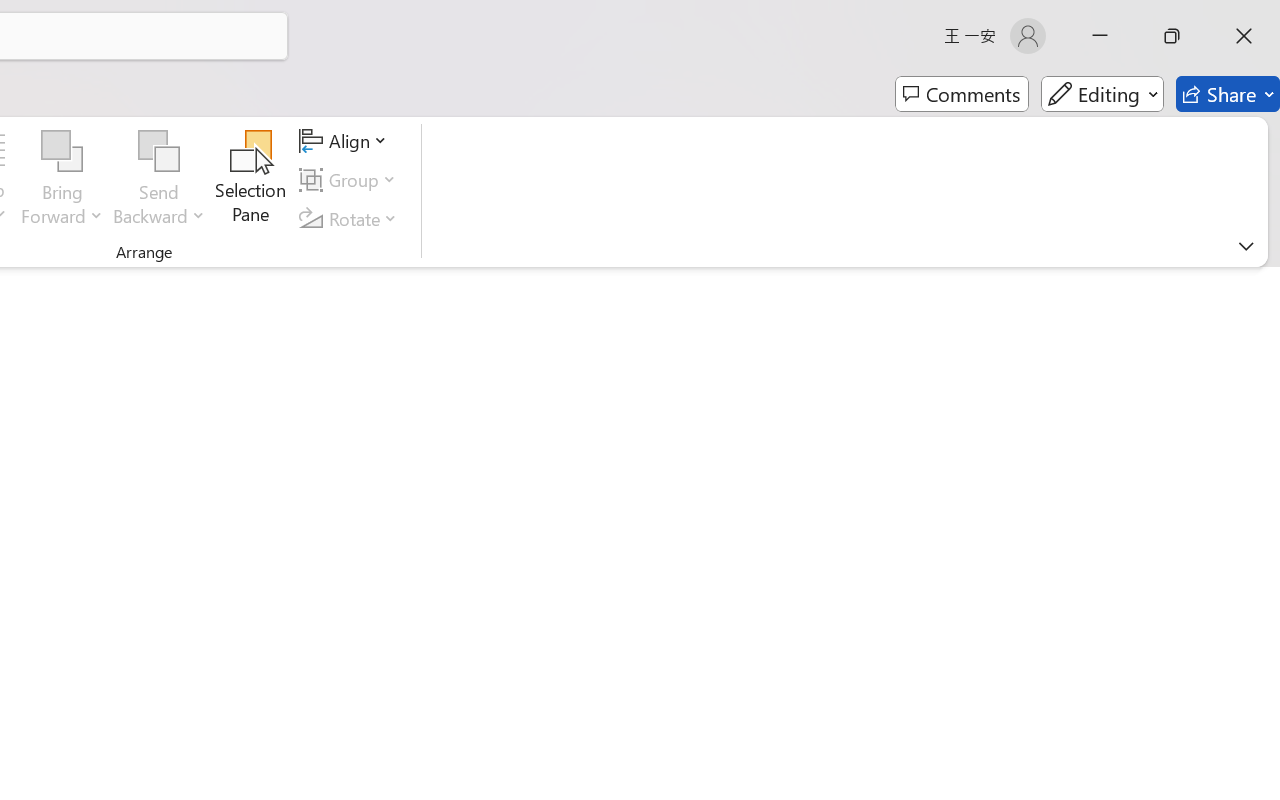  I want to click on 'Share', so click(1227, 94).